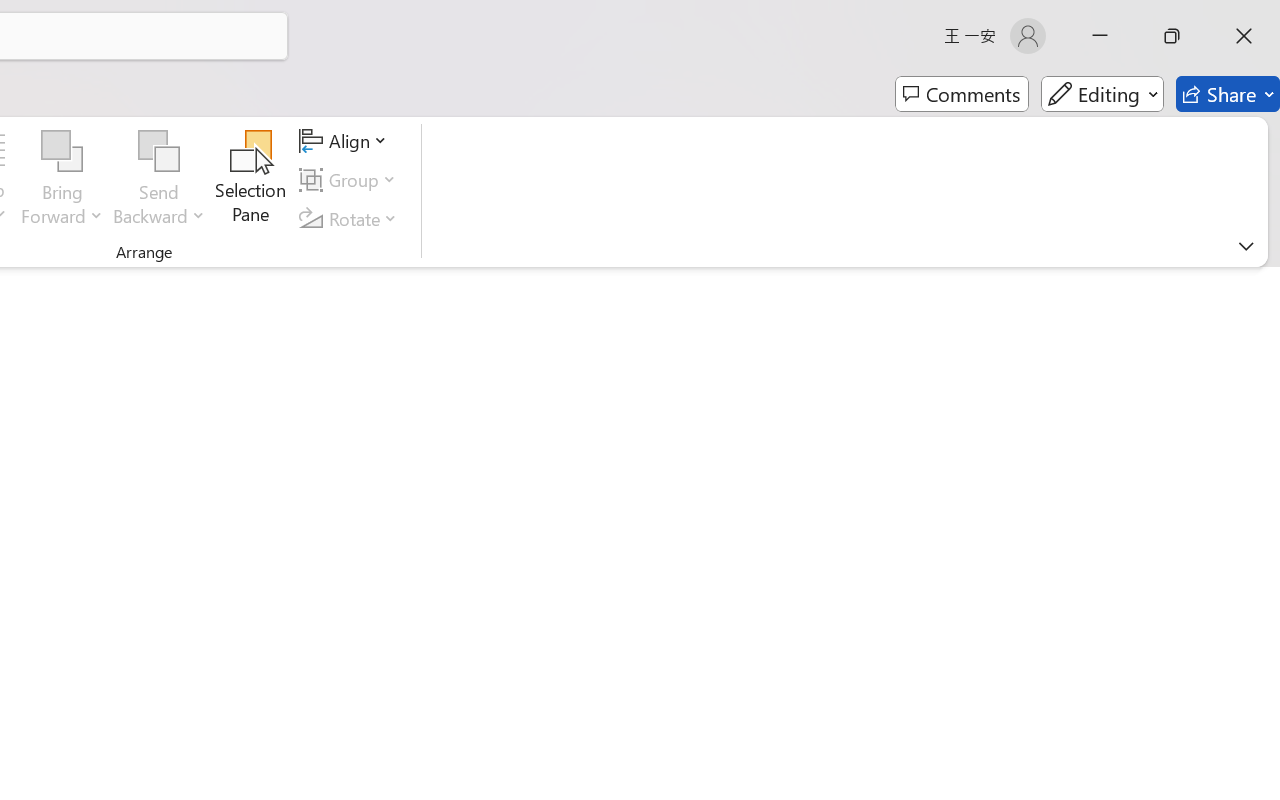  I want to click on 'Share', so click(1227, 94).